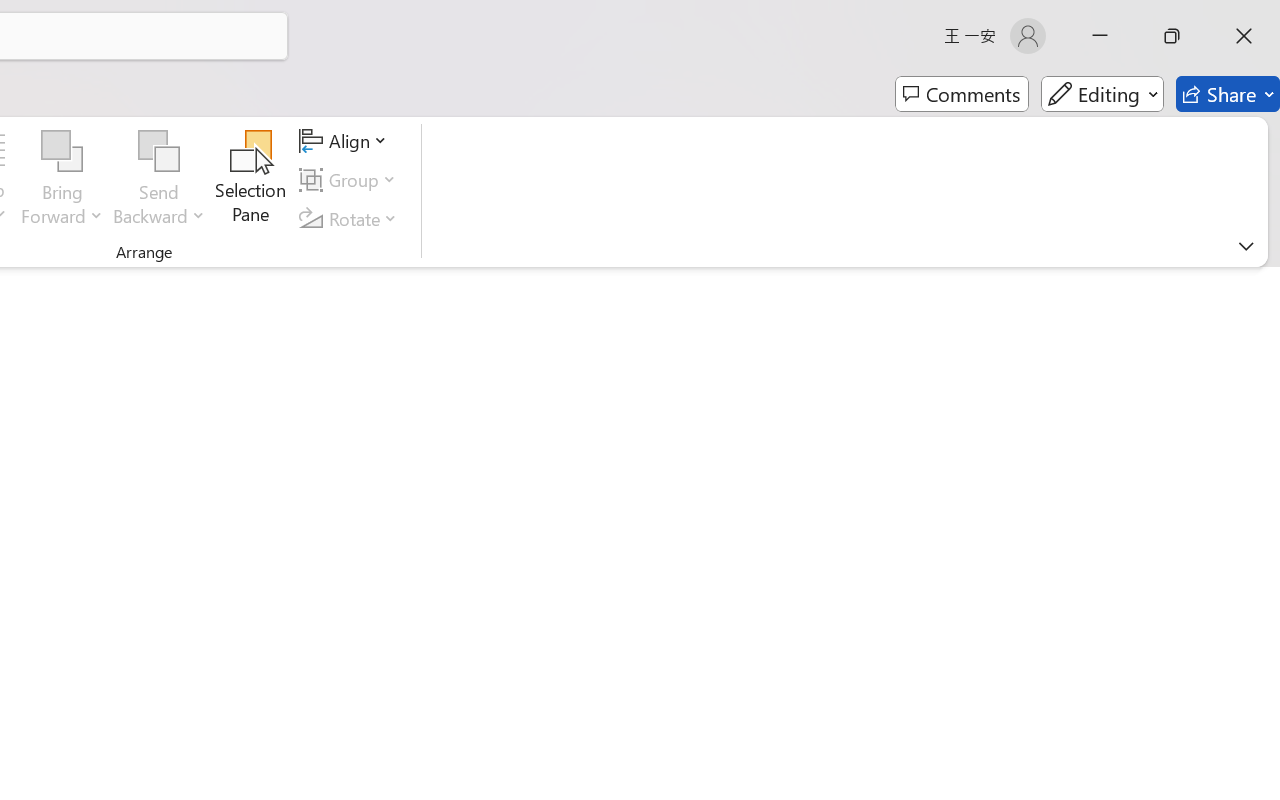  I want to click on 'Share', so click(1227, 94).